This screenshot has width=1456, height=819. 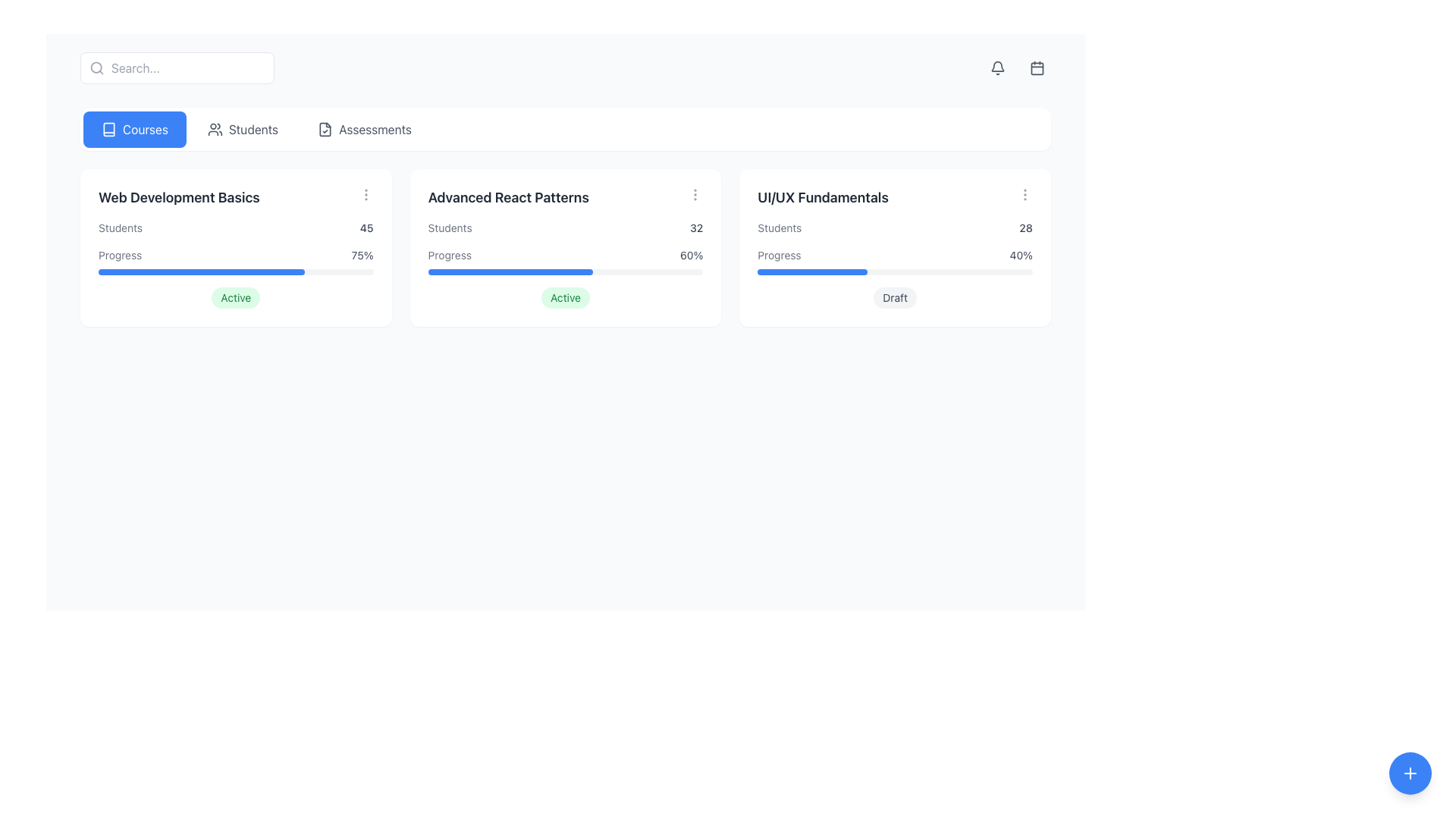 I want to click on the 'Courses' icon in the navigation bar, so click(x=108, y=128).